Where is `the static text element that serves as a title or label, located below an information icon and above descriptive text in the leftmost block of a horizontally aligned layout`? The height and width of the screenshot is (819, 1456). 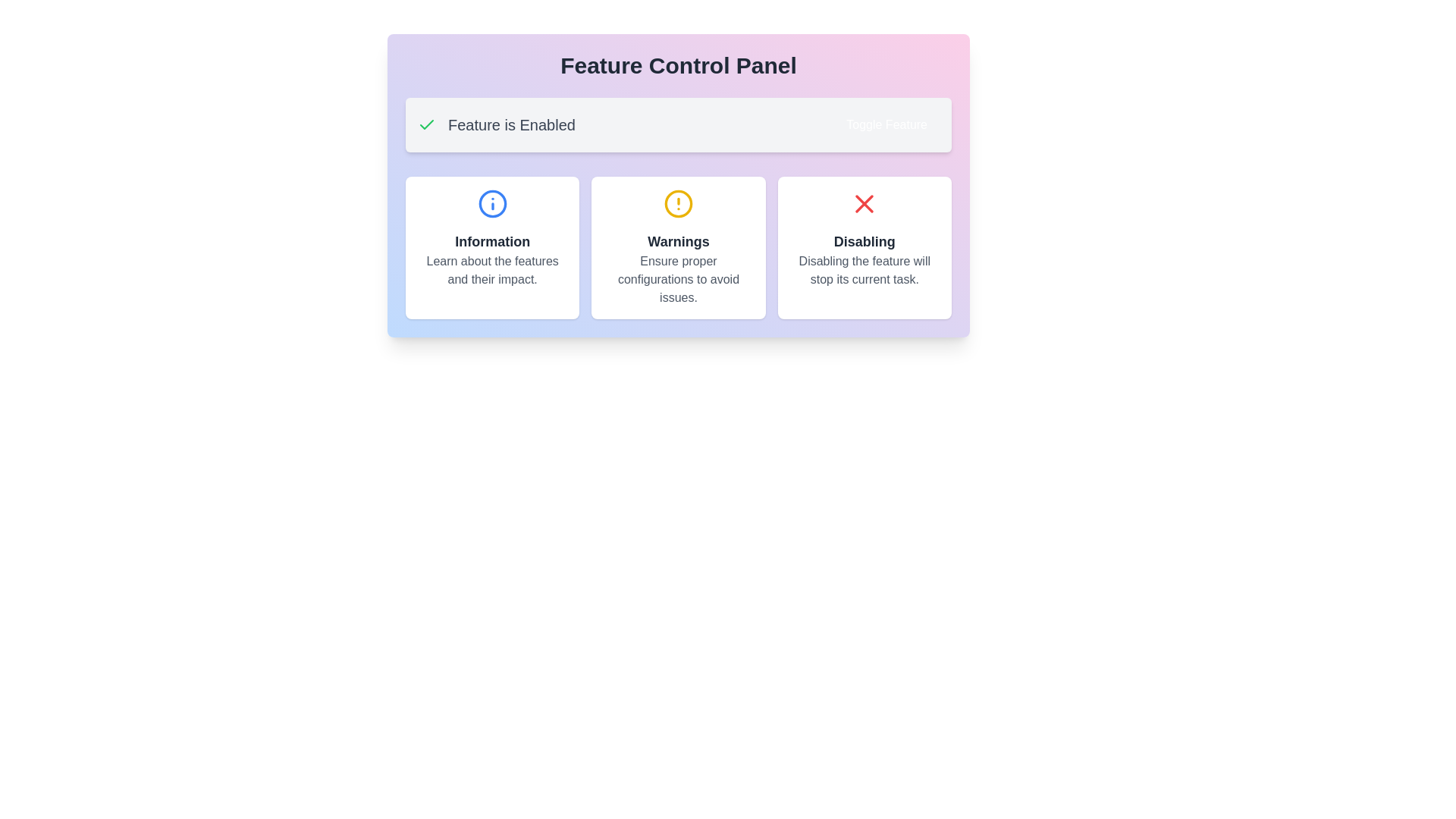 the static text element that serves as a title or label, located below an information icon and above descriptive text in the leftmost block of a horizontally aligned layout is located at coordinates (492, 241).